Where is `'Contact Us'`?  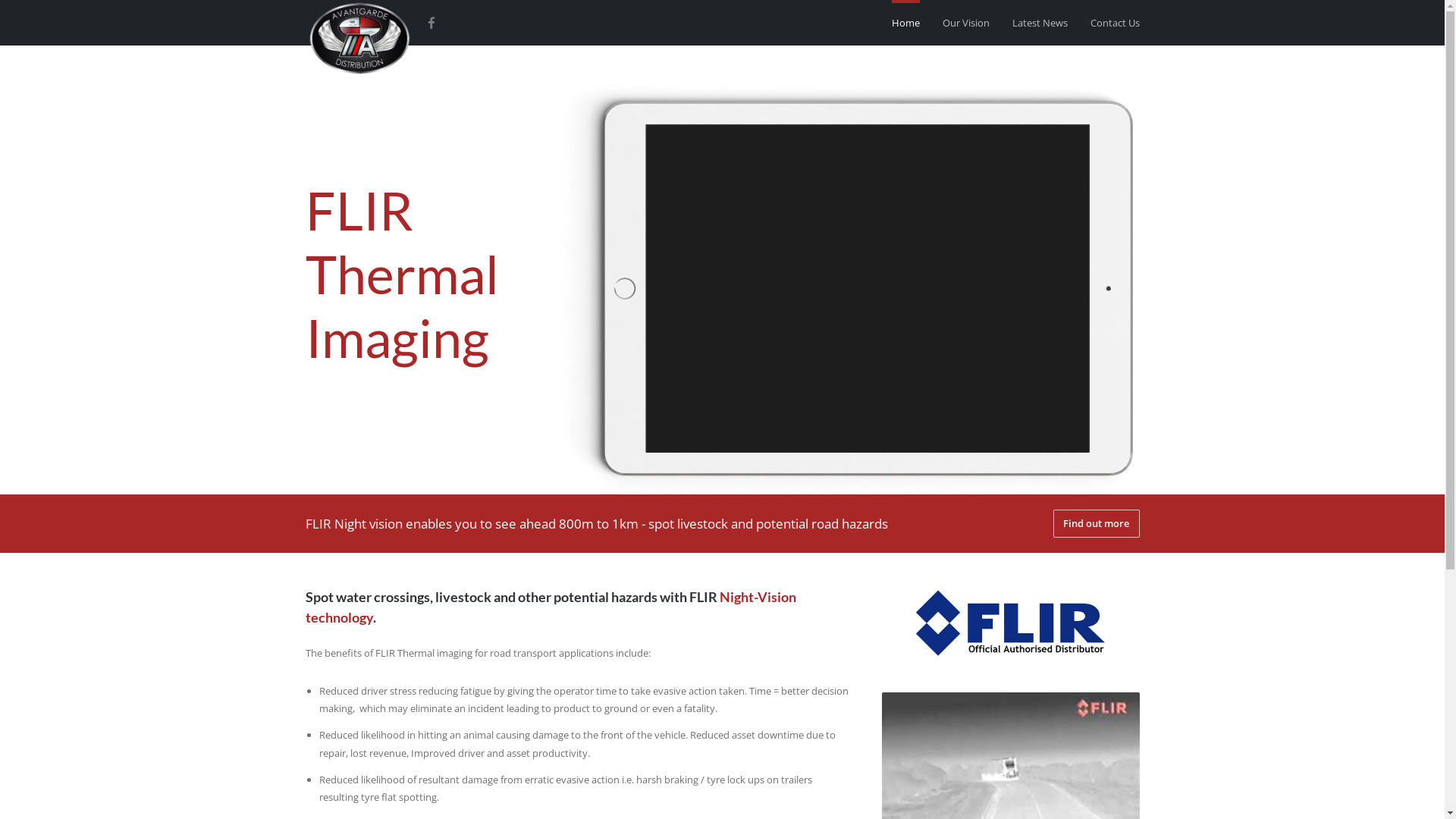
'Contact Us' is located at coordinates (1115, 23).